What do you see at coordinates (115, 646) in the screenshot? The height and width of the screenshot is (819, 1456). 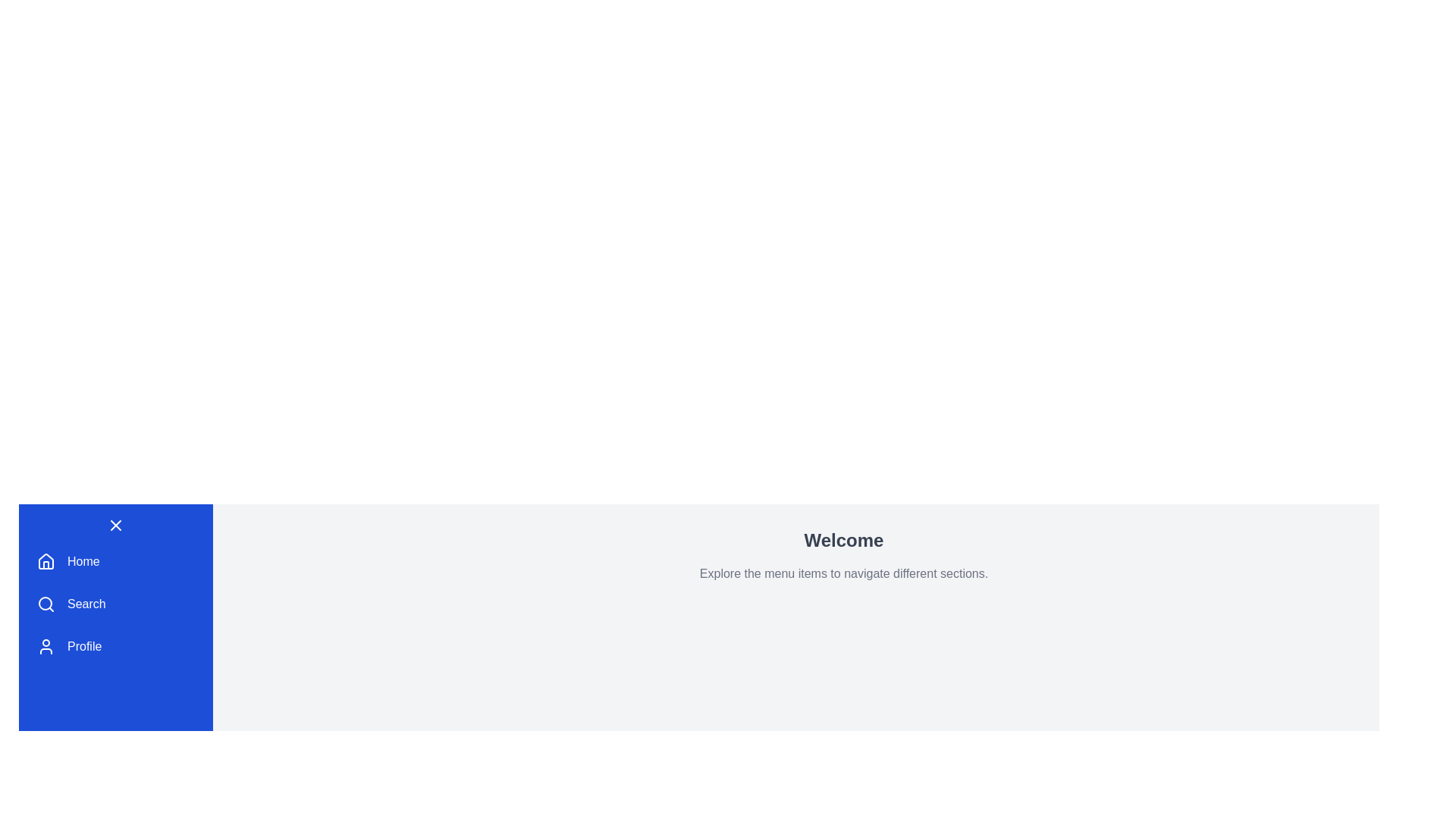 I see `the menu item Profile from the DashboardMenu` at bounding box center [115, 646].